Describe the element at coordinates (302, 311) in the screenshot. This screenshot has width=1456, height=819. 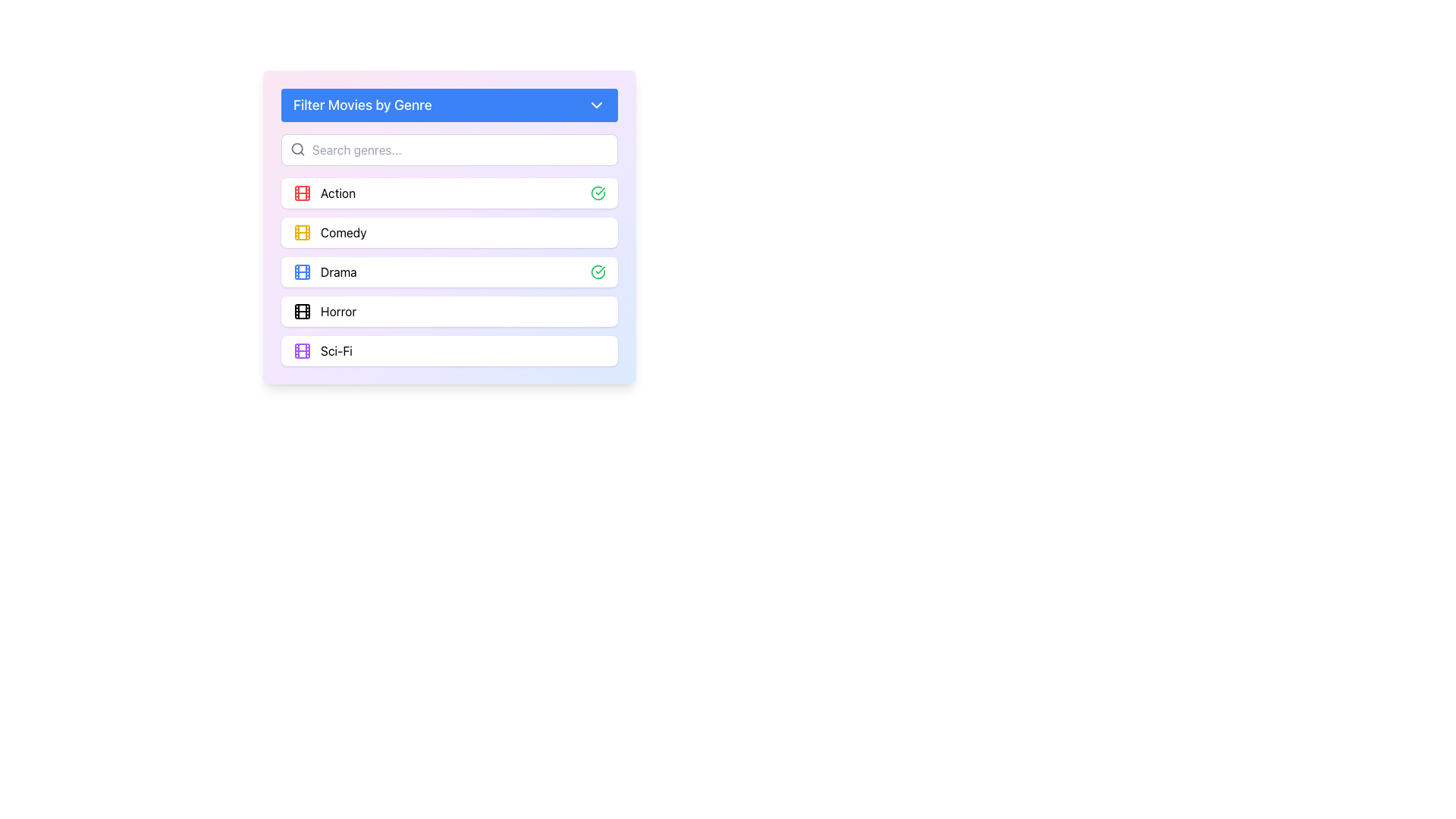
I see `the Horror genre icon located in the fourth row, which serves as a decorative indicator for the genre` at that location.